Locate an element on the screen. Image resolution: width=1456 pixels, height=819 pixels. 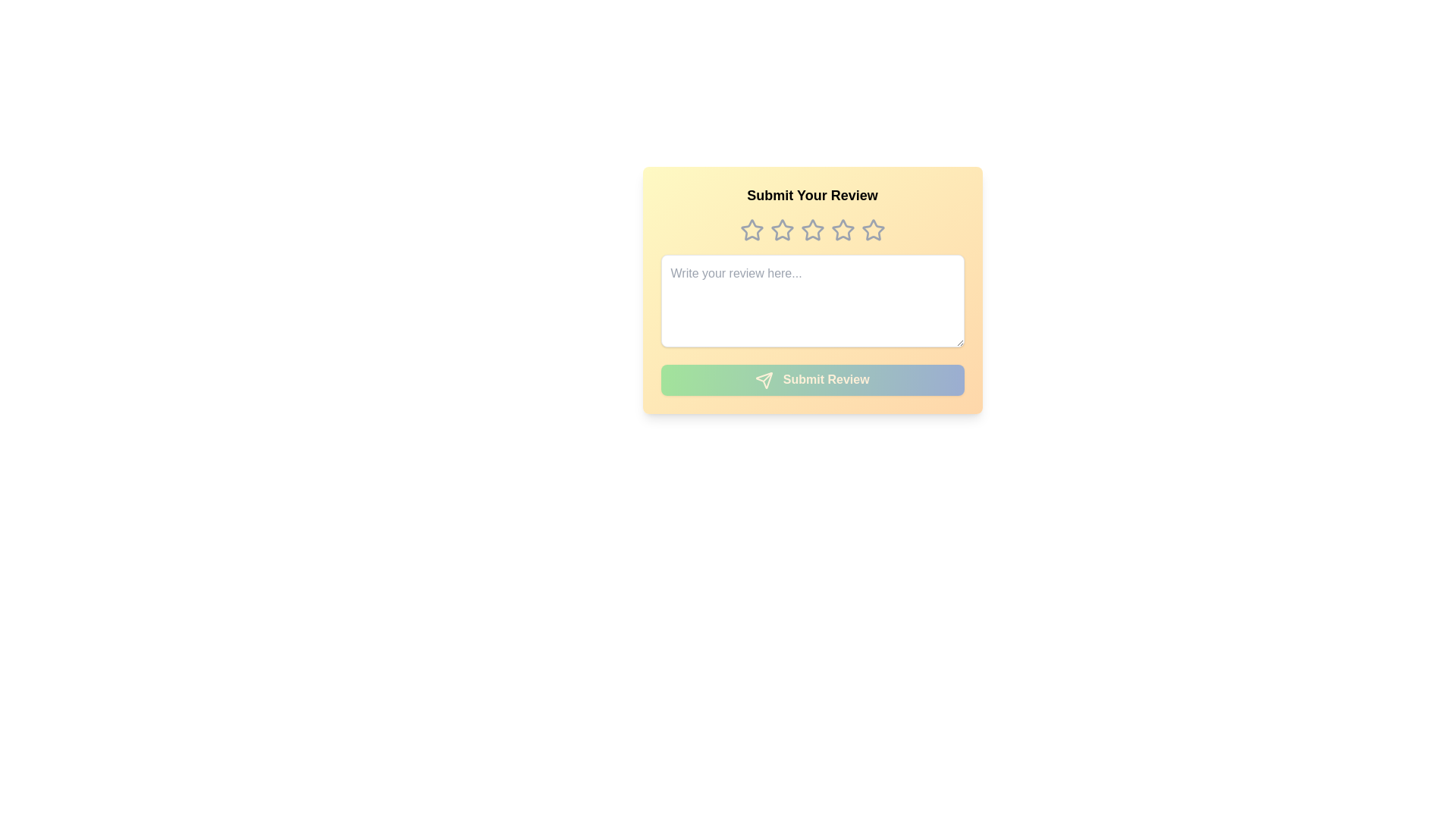
the 'Submit Your Review' text label, which is a bold black header located at the top of the review submission module is located at coordinates (811, 195).